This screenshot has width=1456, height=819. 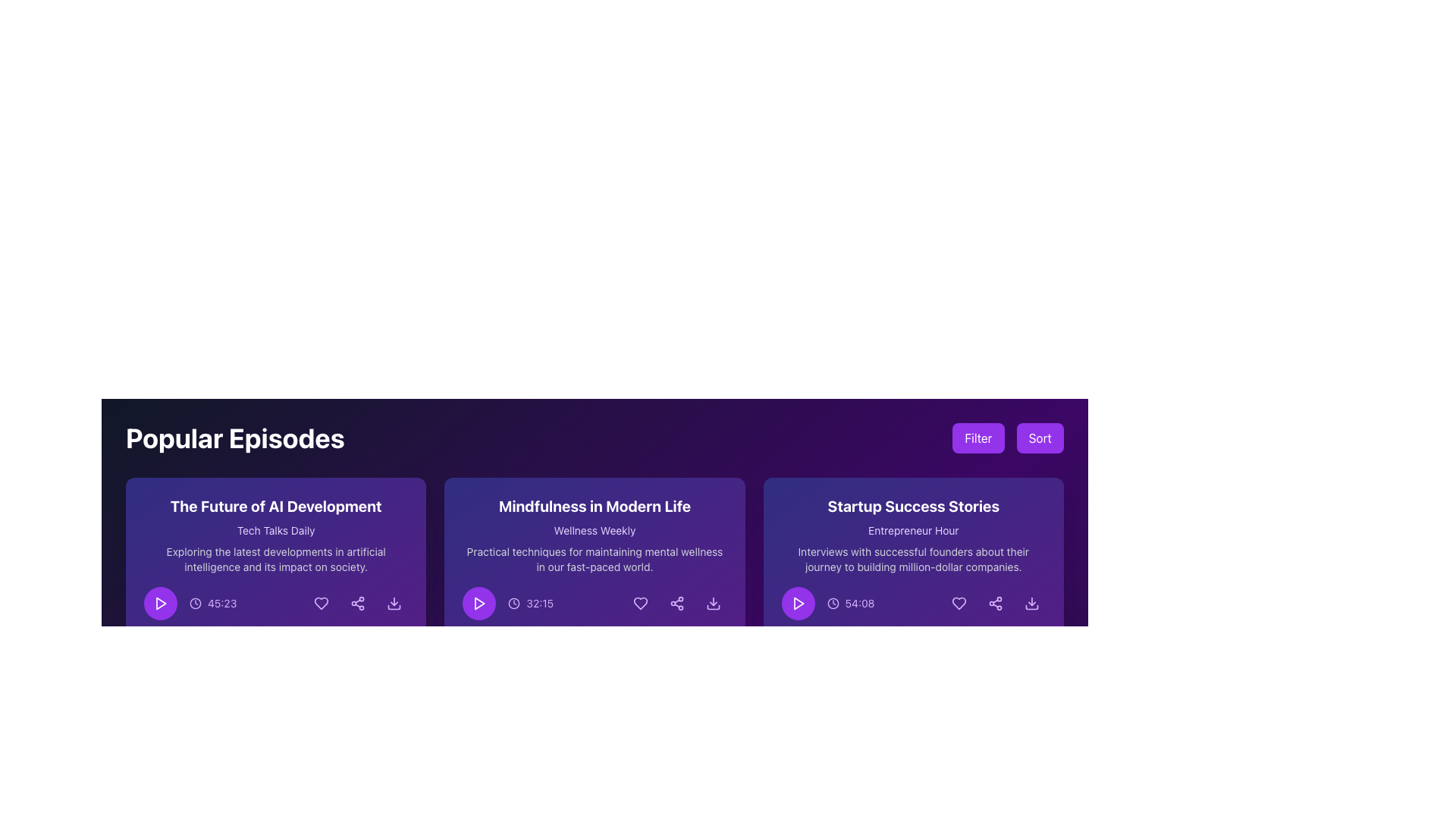 What do you see at coordinates (594, 635) in the screenshot?
I see `the Progress Bar located at the bottom of the 'Mindfulness in Modern Life' card, positioned under the time duration '32:15' and above the listener count` at bounding box center [594, 635].